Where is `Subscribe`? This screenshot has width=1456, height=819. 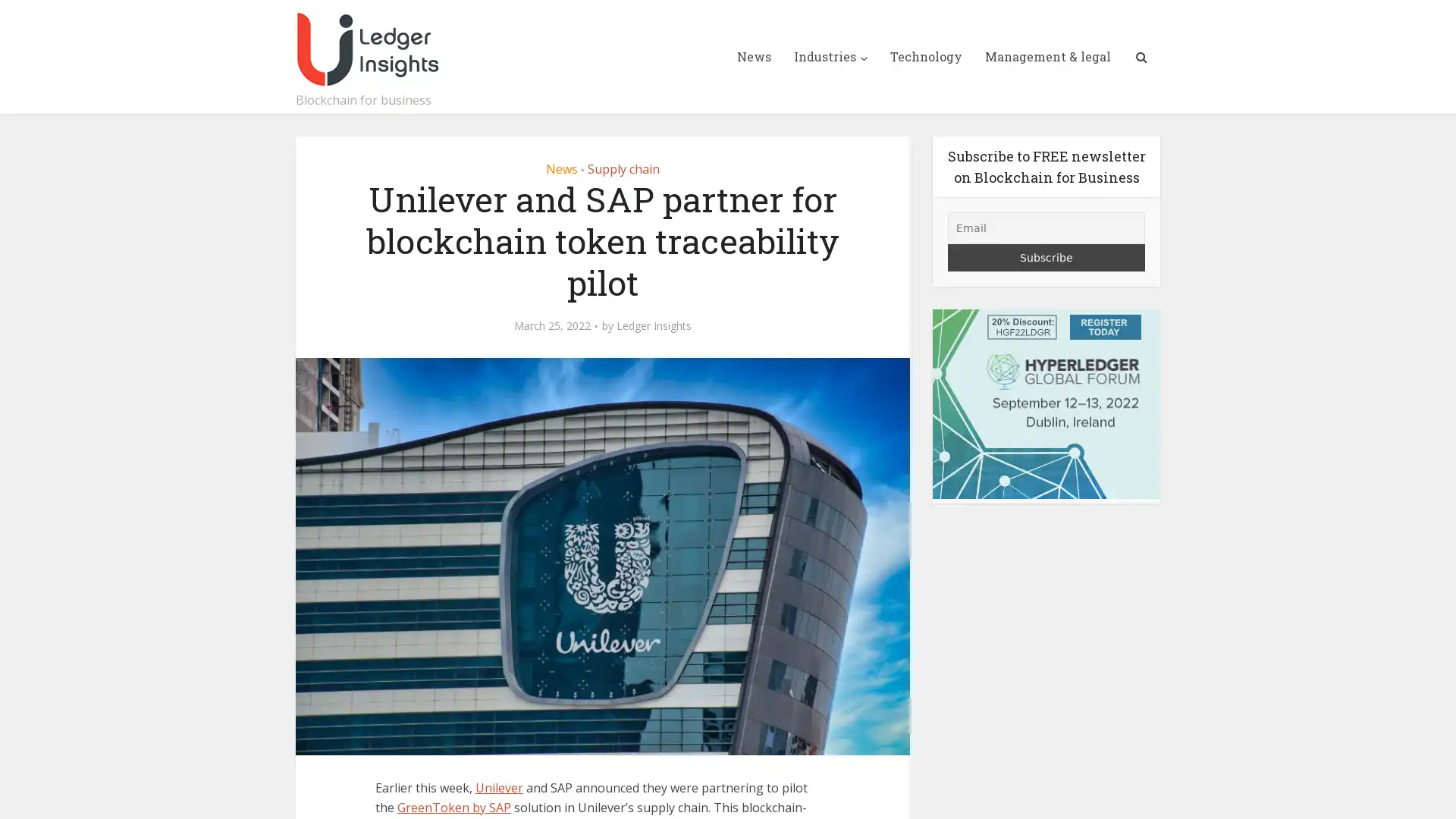 Subscribe is located at coordinates (1046, 256).